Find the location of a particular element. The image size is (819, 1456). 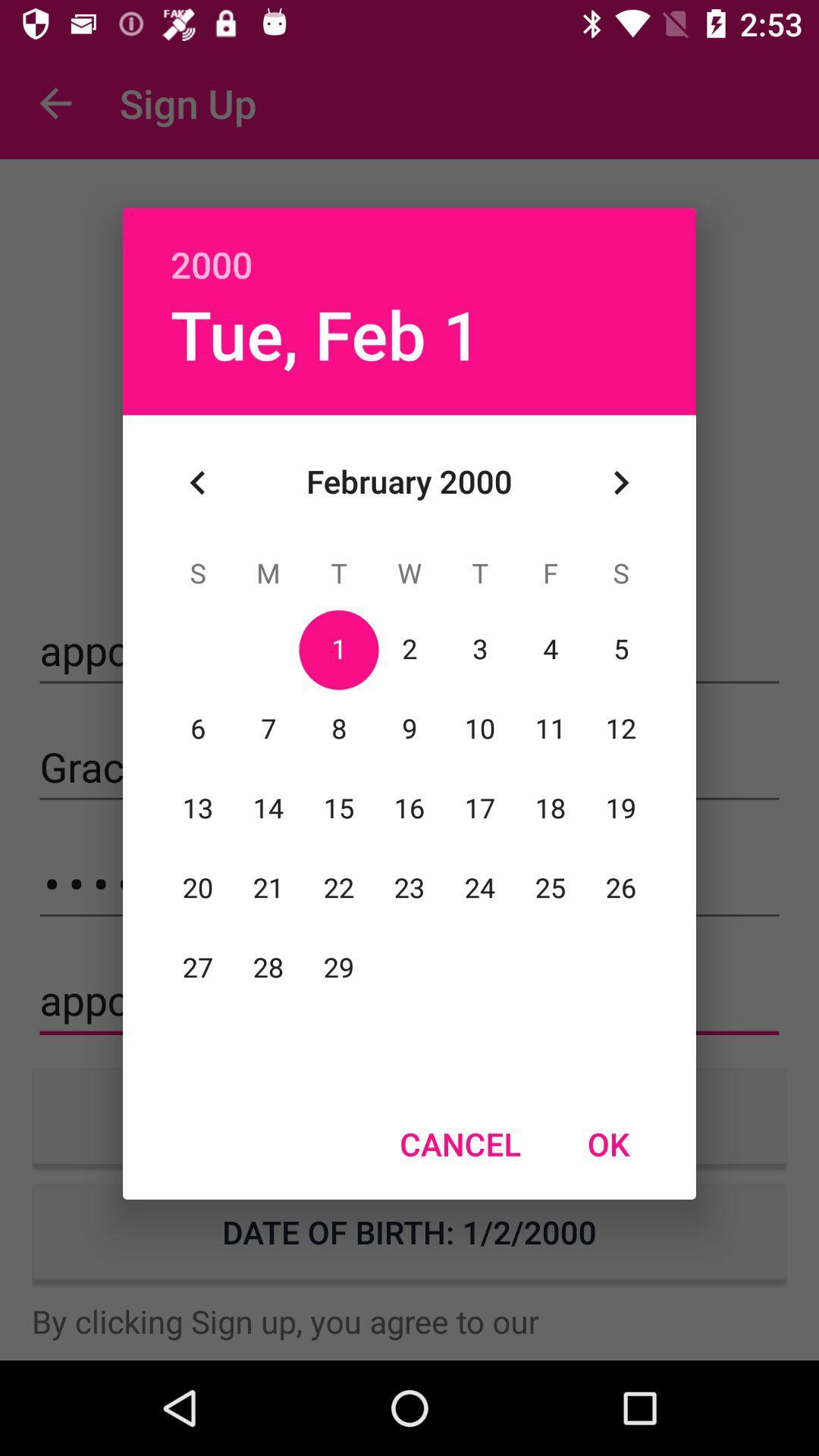

item next to cancel item is located at coordinates (607, 1144).